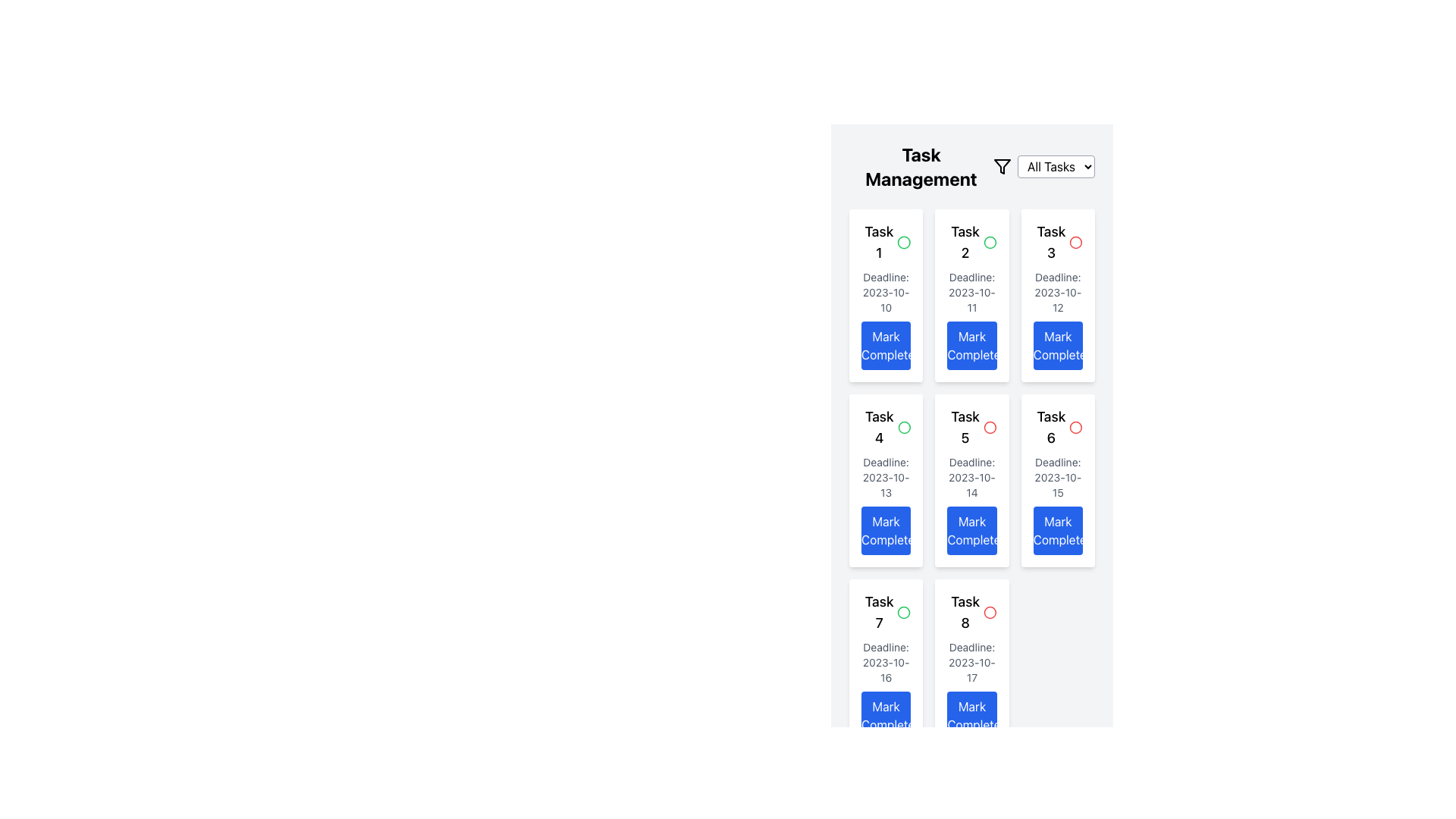 Image resolution: width=1456 pixels, height=819 pixels. I want to click on the blue button with white text that reads 'Mark Completed' located at the bottom of the 'Task 8' card, so click(971, 716).